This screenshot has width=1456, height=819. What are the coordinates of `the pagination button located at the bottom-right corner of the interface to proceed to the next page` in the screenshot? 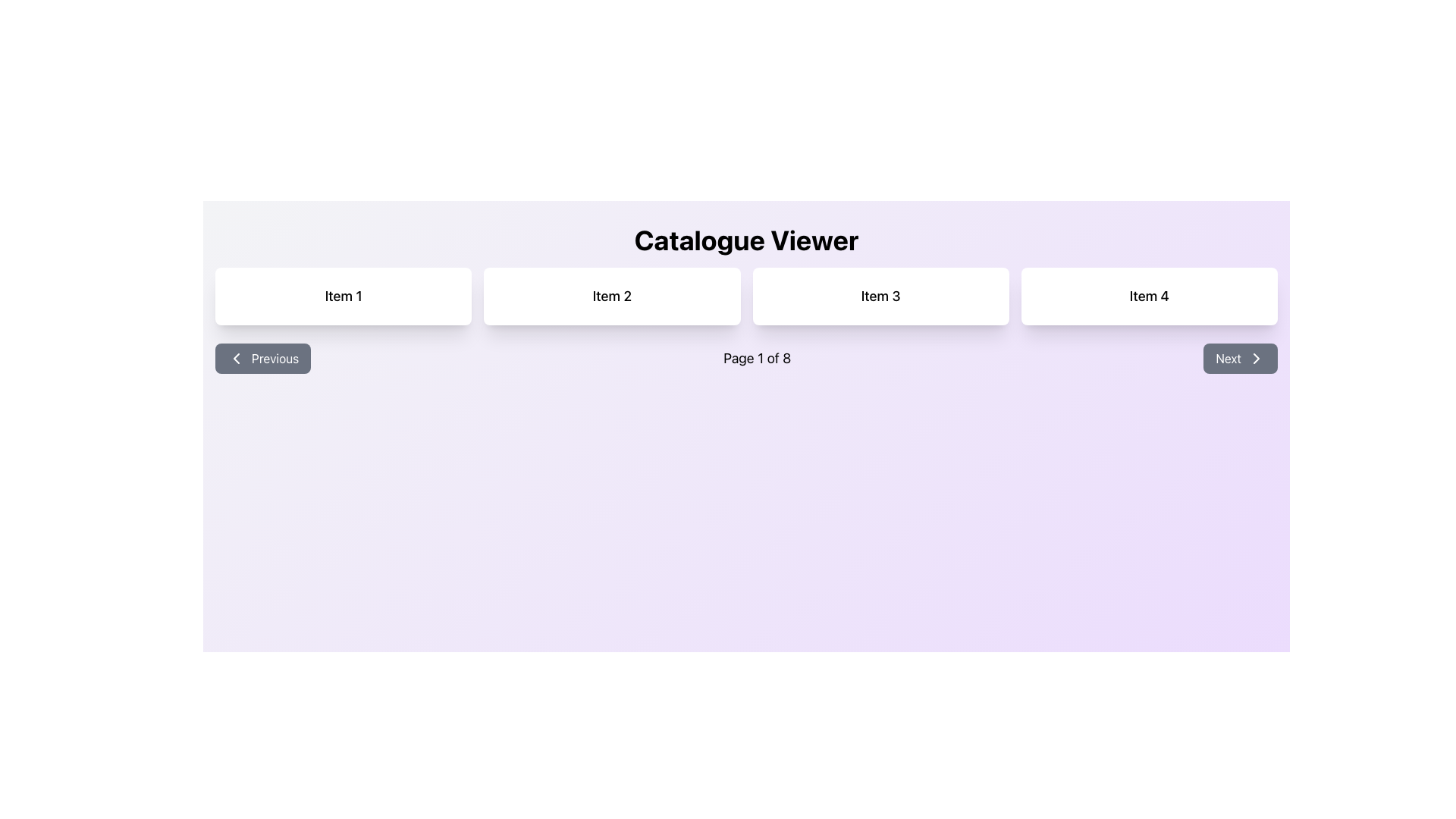 It's located at (1241, 359).